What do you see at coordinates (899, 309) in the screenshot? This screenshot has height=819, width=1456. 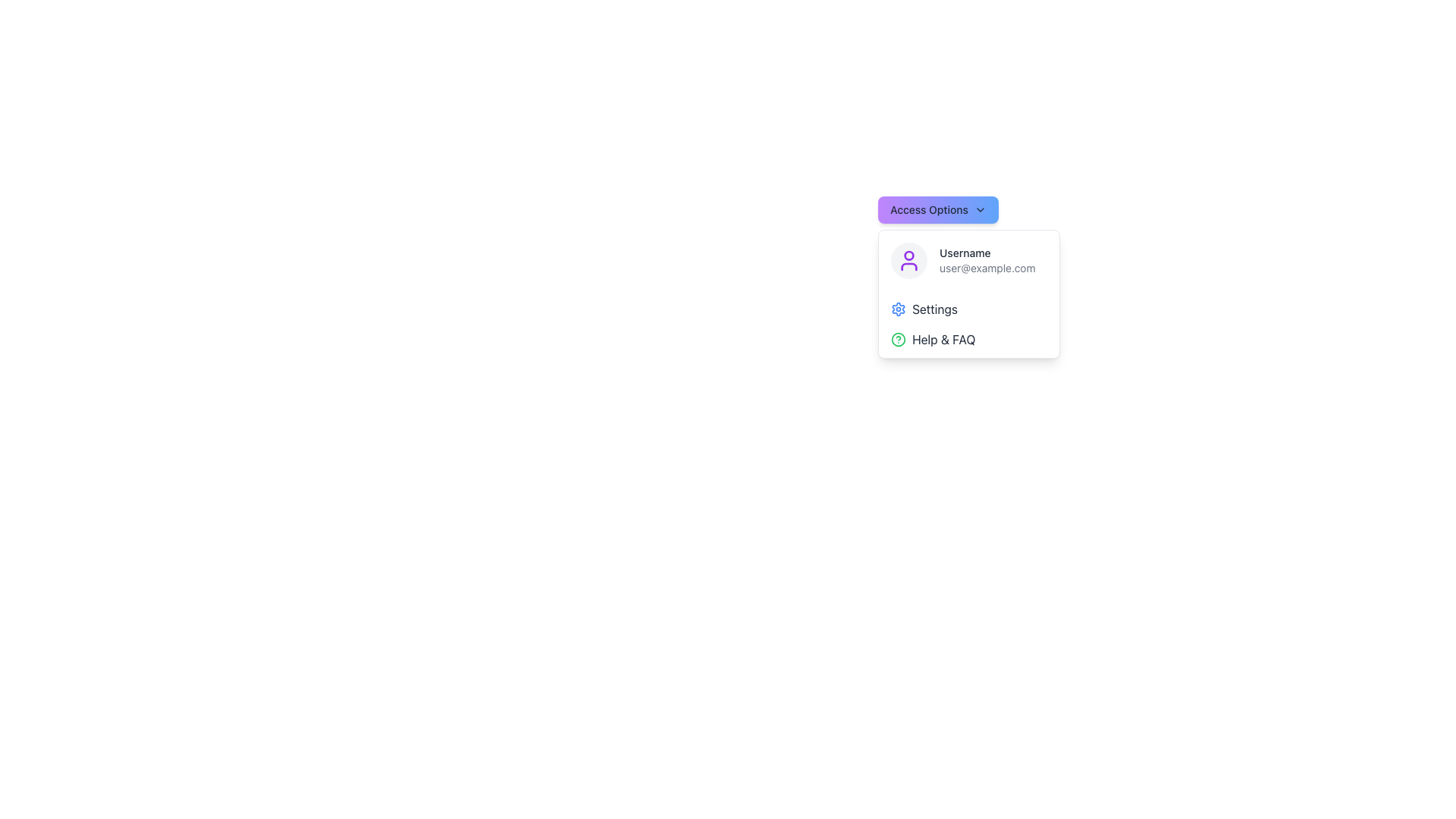 I see `the settings icon located in the top-right region of the dropdown menu, adjacent to the 'Settings' label and between the 'Access Options' button and the list items` at bounding box center [899, 309].